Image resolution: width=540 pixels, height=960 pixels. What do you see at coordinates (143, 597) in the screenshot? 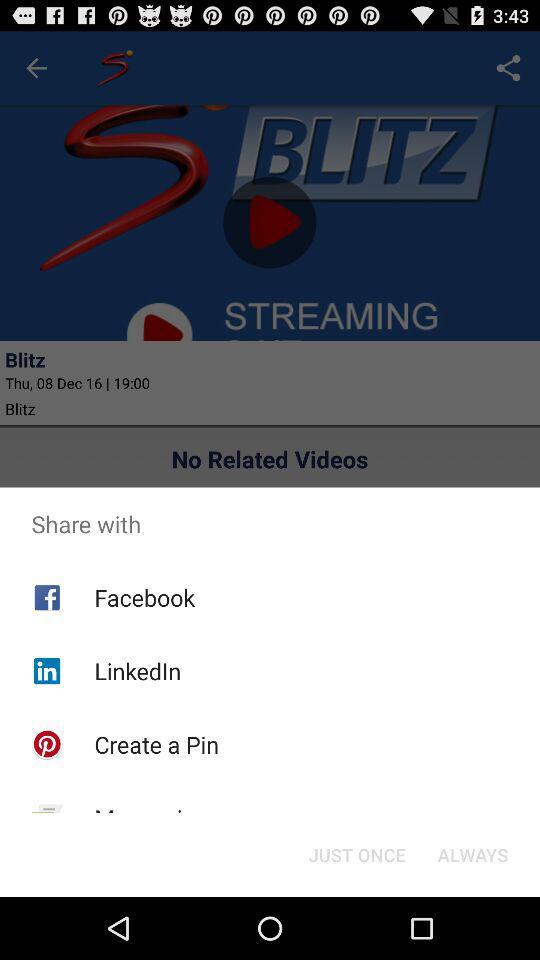
I see `facebook app` at bounding box center [143, 597].